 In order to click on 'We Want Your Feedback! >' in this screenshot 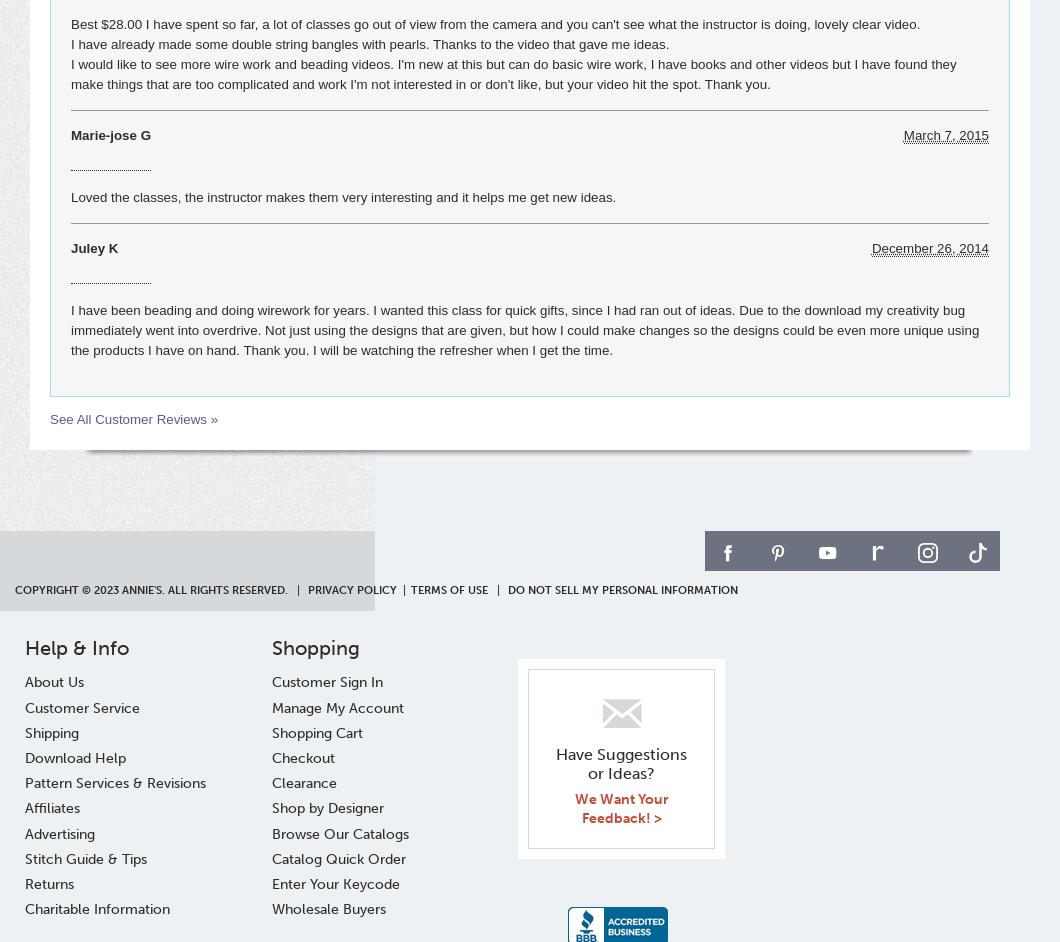, I will do `click(620, 806)`.